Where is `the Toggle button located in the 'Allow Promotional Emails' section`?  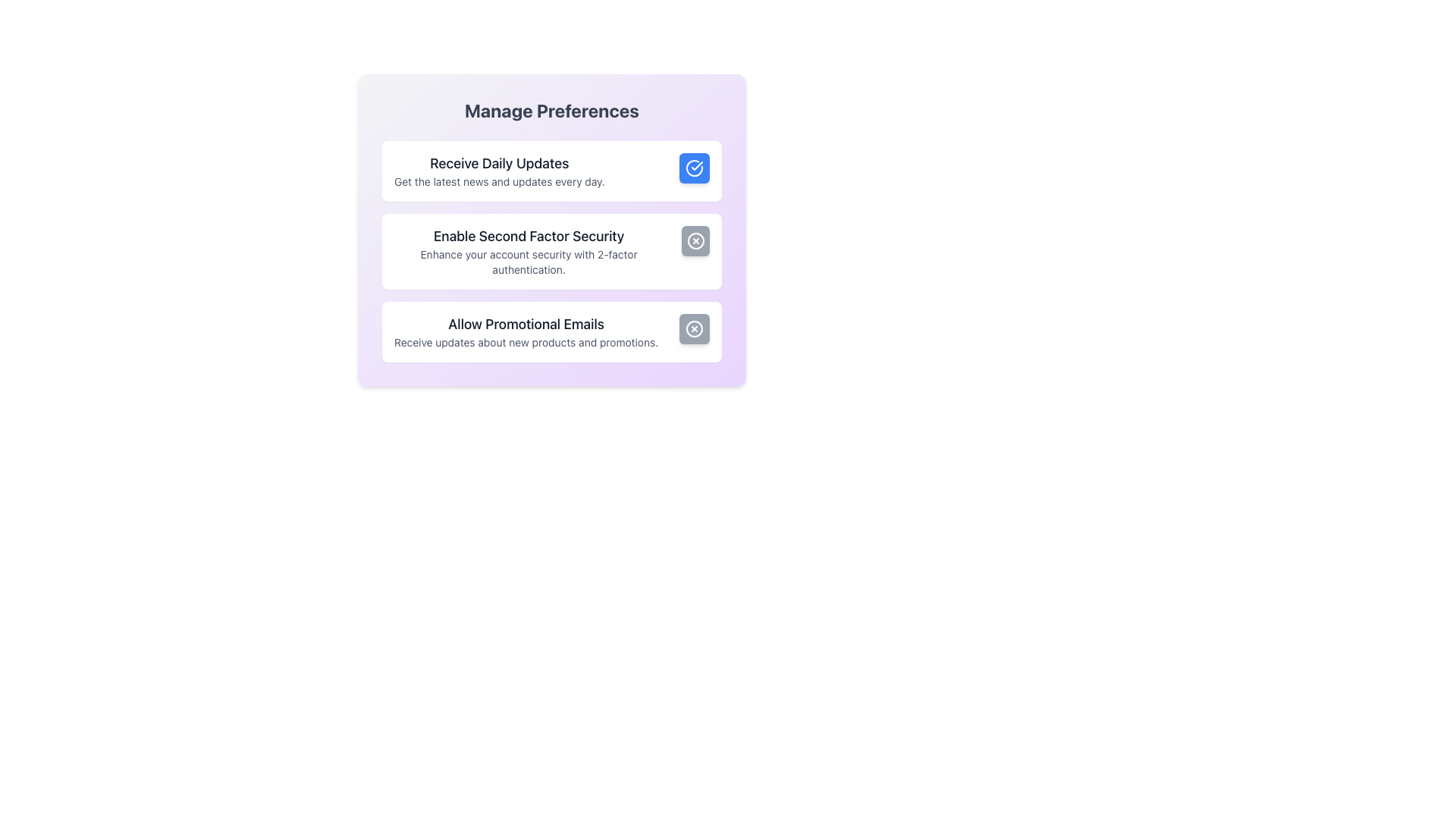 the Toggle button located in the 'Allow Promotional Emails' section is located at coordinates (694, 328).